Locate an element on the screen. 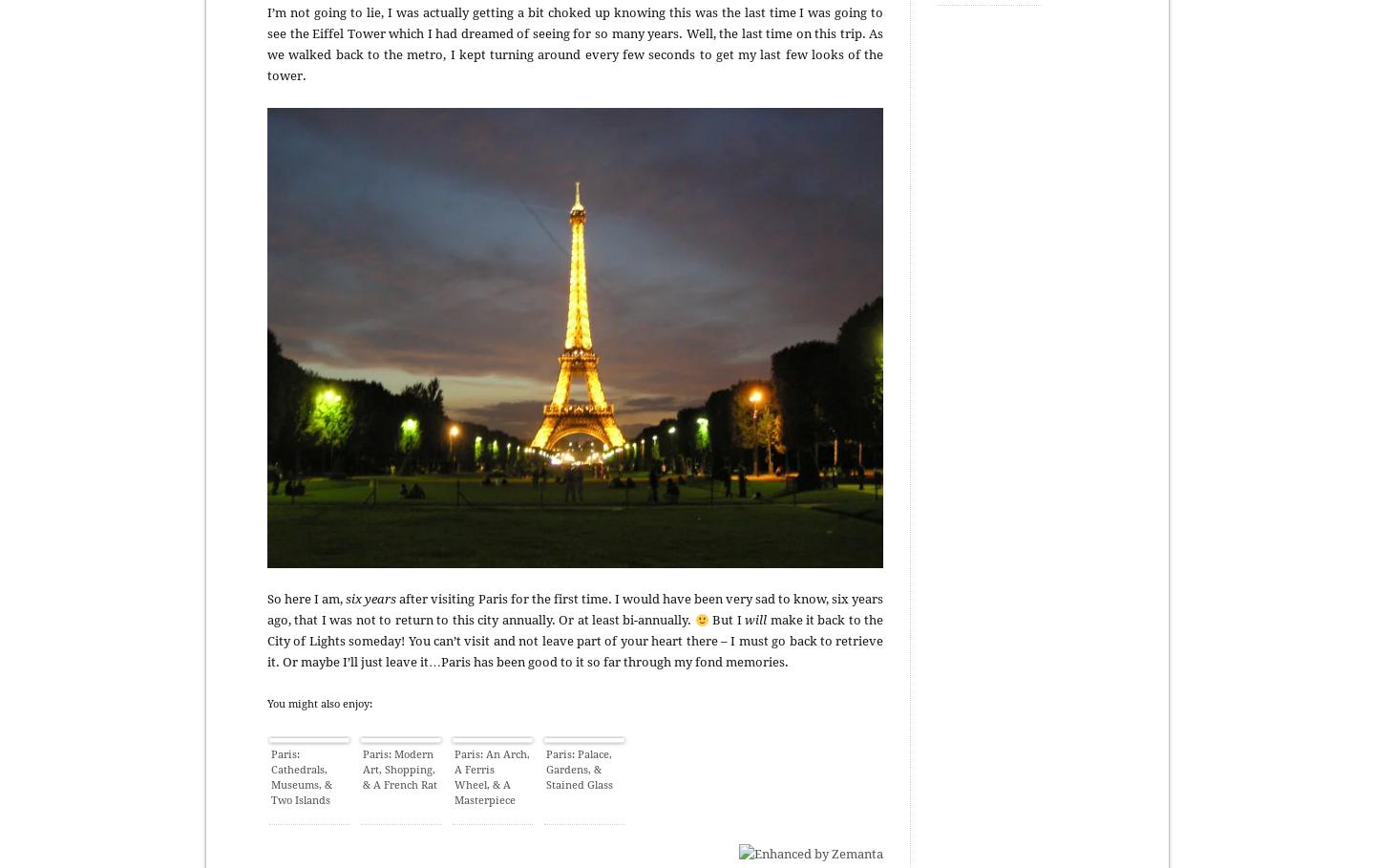  'I’m not going to lie, I was actually getting a bit choked up knowing this was the last time I was going to see the Eiffel Tower which I had dreamed of seeing for so many years. Well, the last time on this trip. As we walked back to the metro, I kept turning around every few seconds to get my last few looks of the tower.' is located at coordinates (574, 44).